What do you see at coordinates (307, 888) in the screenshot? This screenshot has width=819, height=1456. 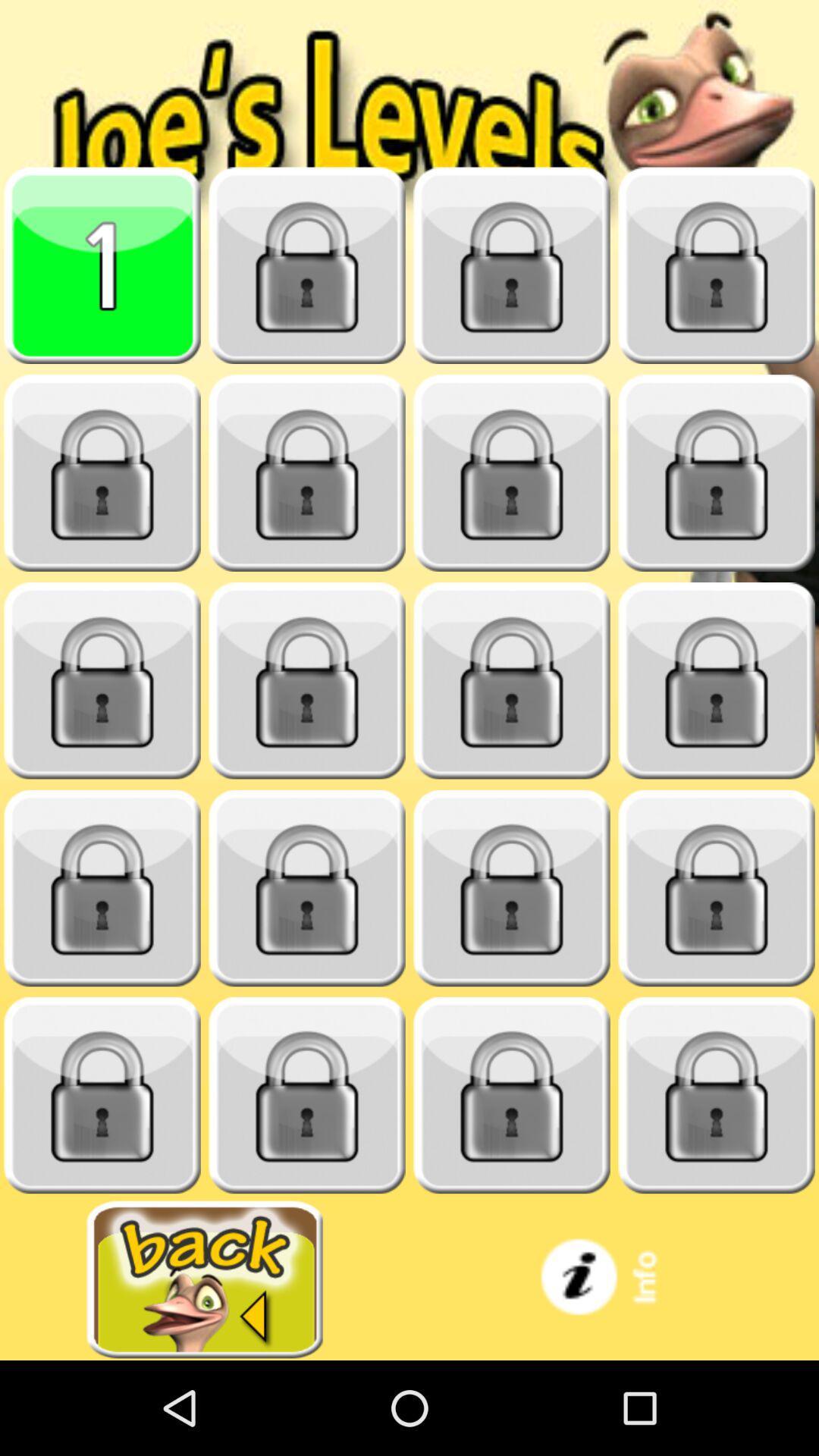 I see `this tile` at bounding box center [307, 888].